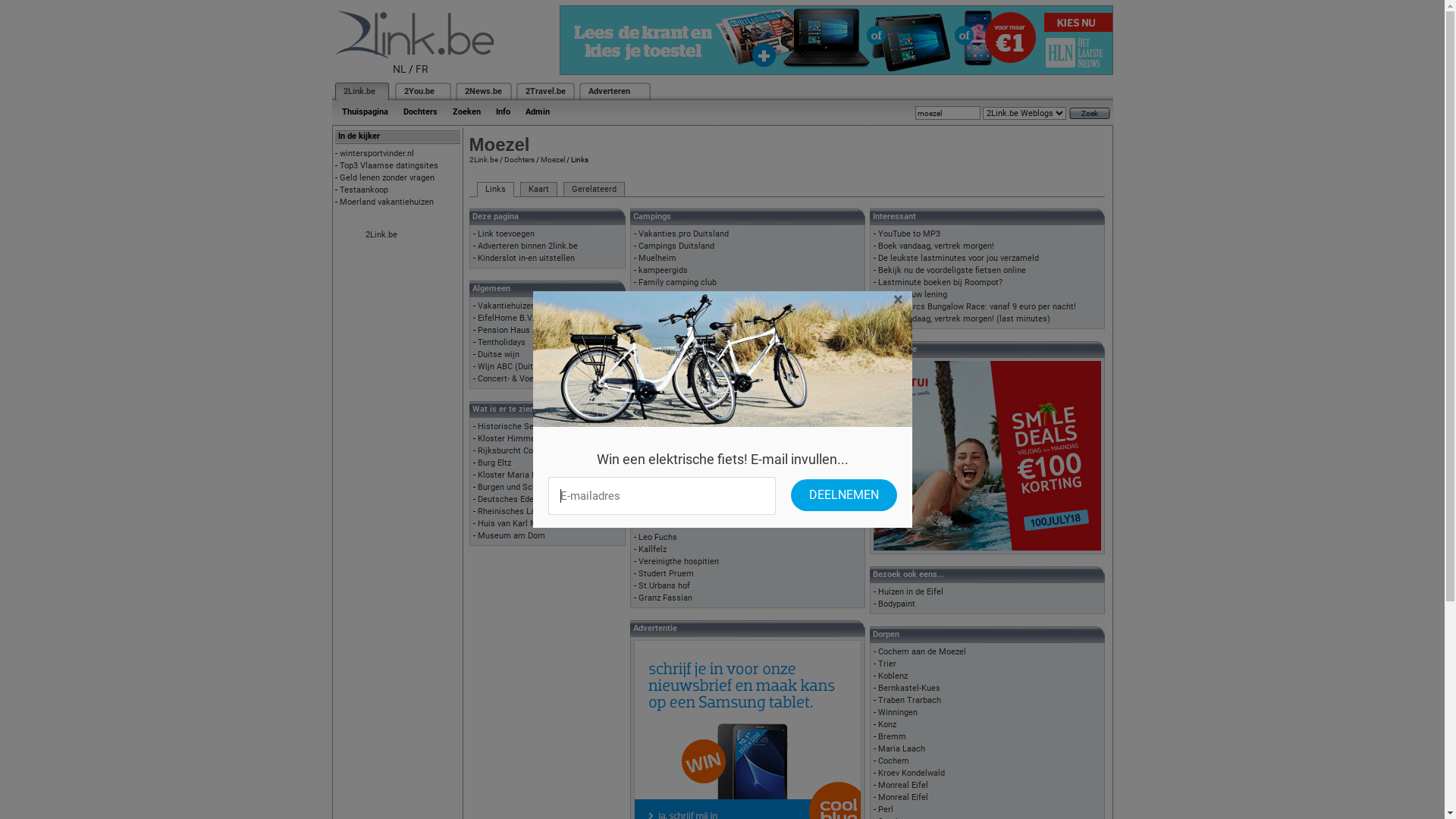 The image size is (1456, 819). I want to click on 'Adverteren binnen 2link.be', so click(528, 245).